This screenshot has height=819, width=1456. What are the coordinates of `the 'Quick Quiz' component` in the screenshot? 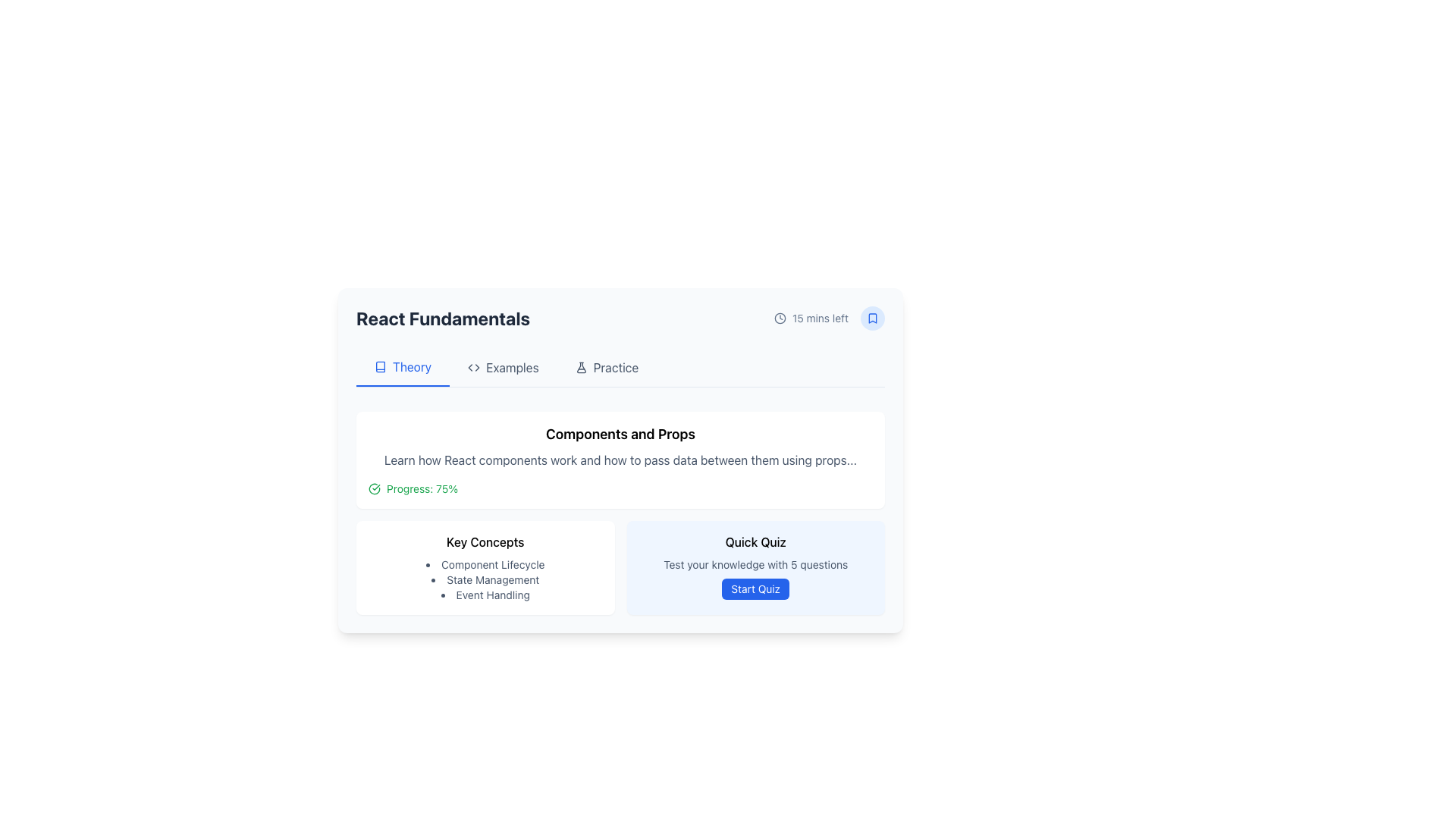 It's located at (755, 567).